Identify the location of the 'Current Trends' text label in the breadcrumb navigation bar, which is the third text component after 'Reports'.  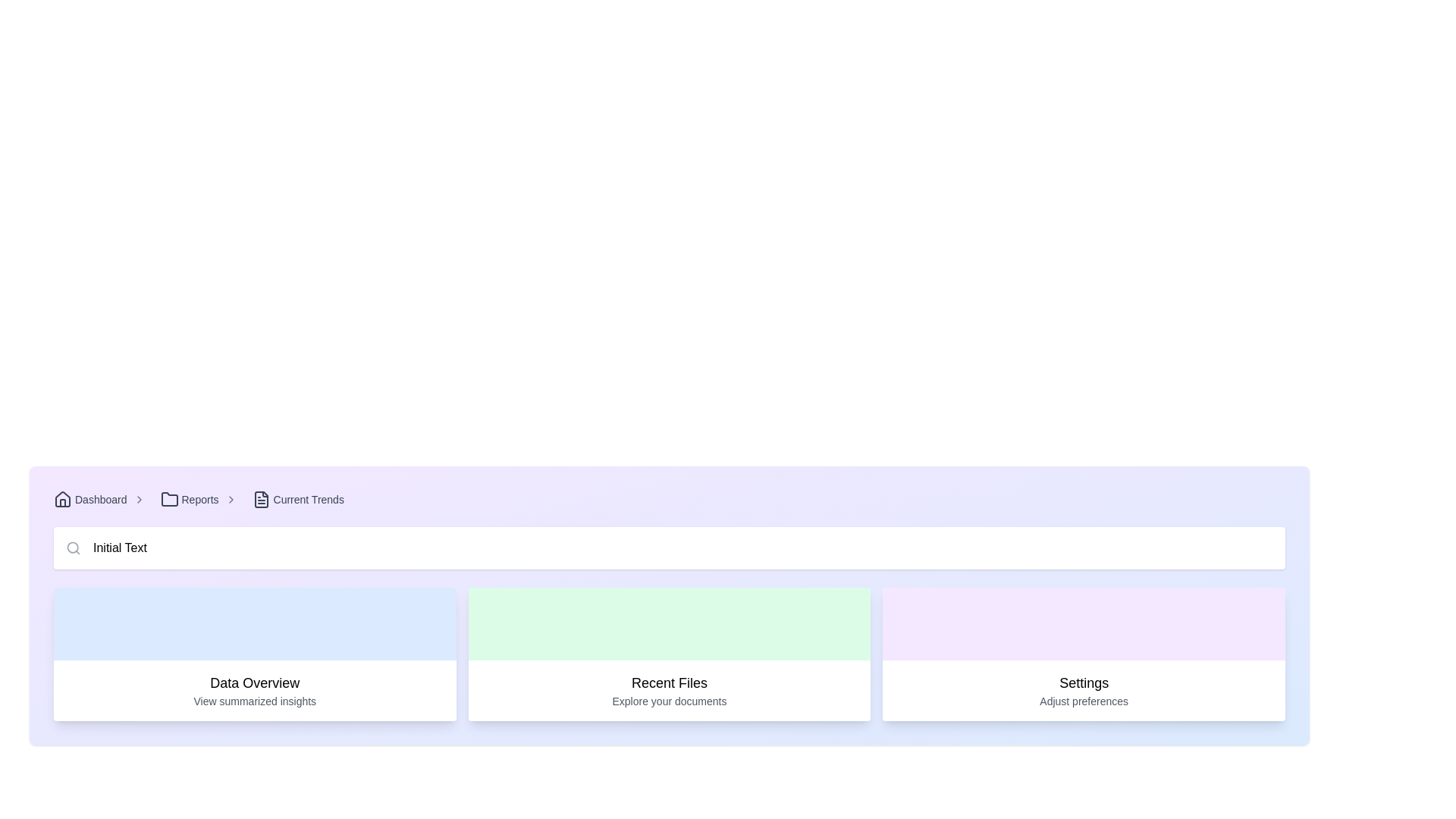
(308, 500).